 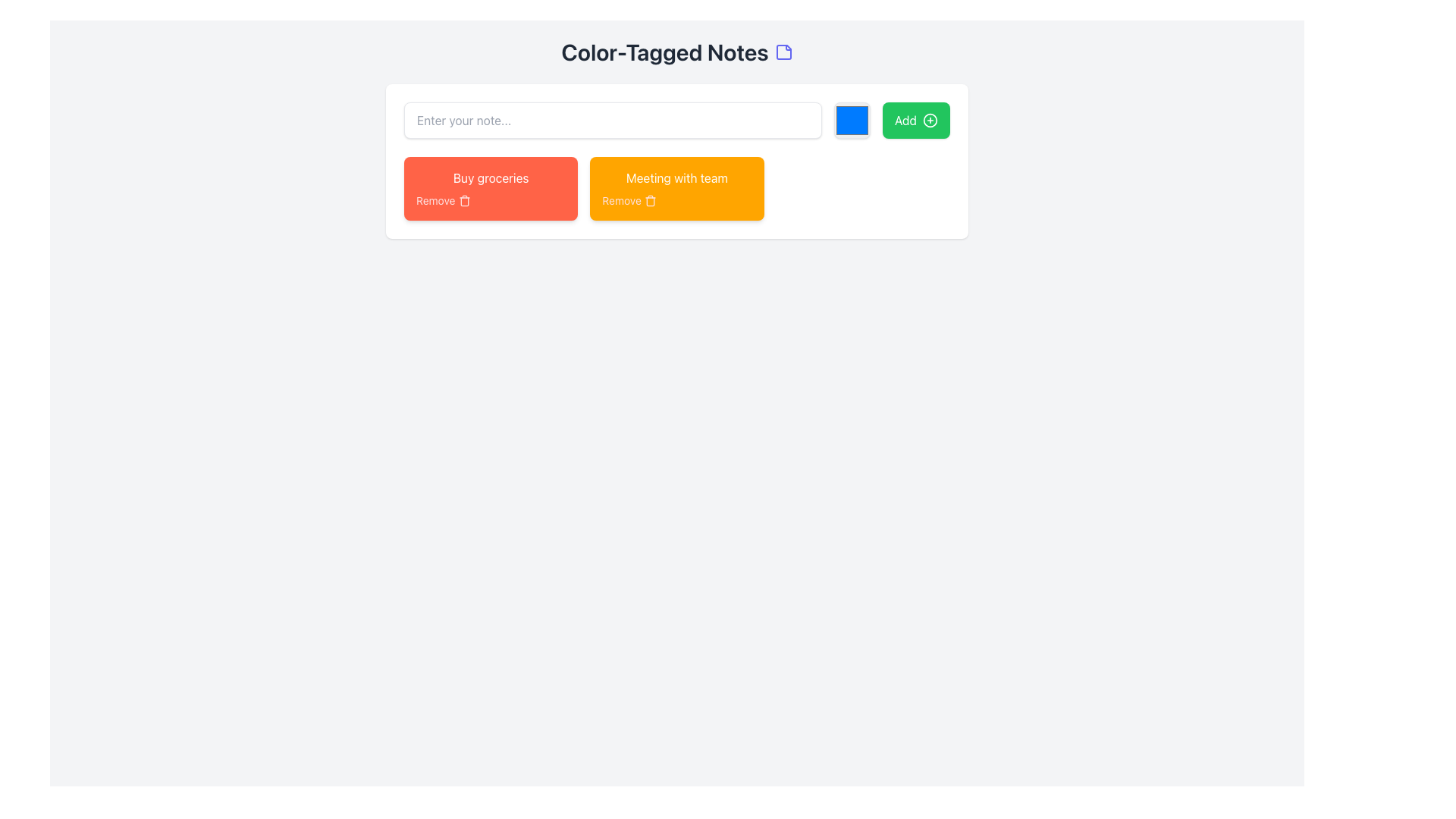 What do you see at coordinates (783, 52) in the screenshot?
I see `the decorative icon in the top-right corner of the 'Color-Tagged Notes' heading, which visually links the section's title to its purpose` at bounding box center [783, 52].